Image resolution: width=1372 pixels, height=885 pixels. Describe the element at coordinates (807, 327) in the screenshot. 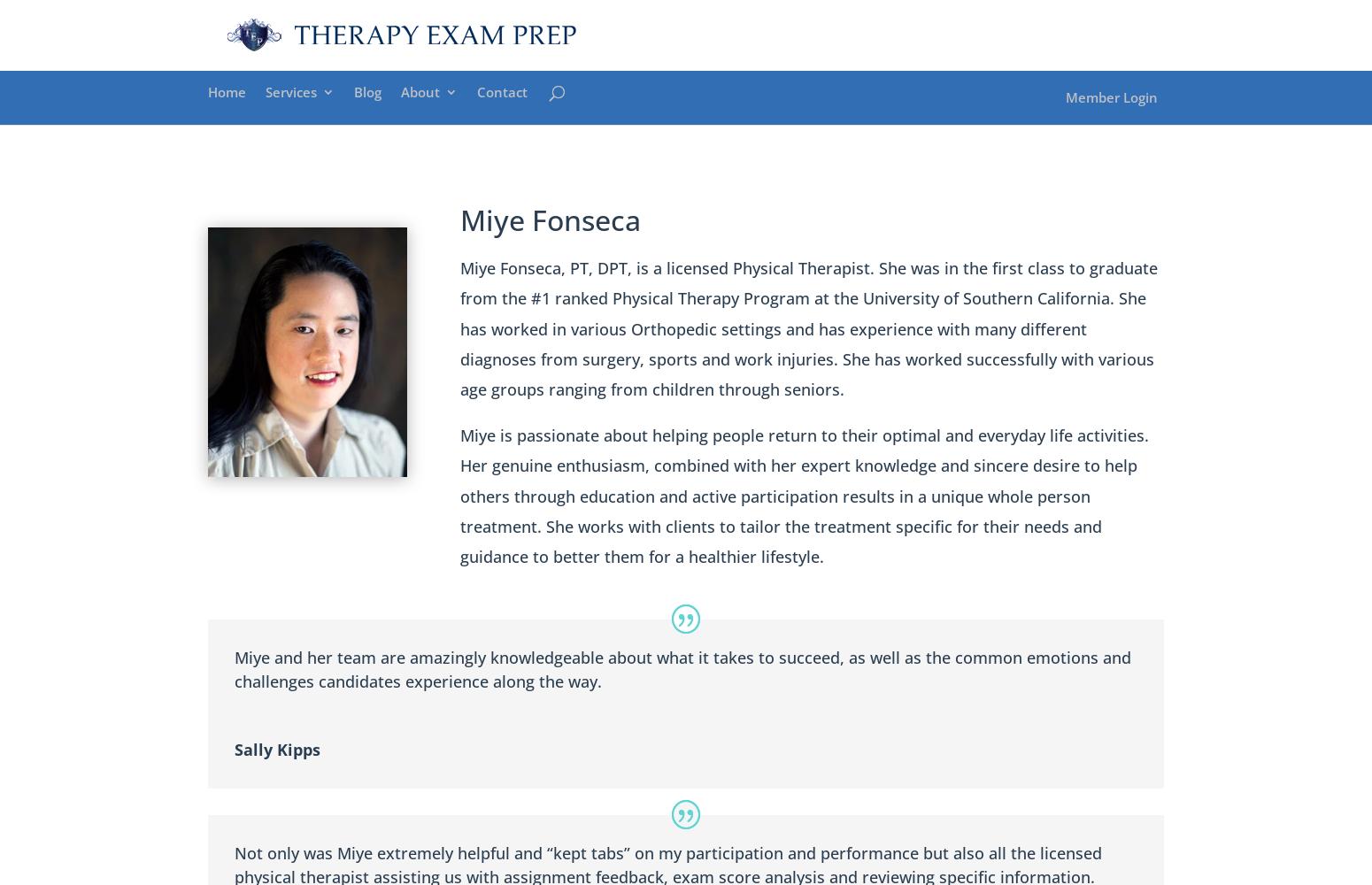

I see `'Miye Fonseca, PT, DPT, is a licensed Physical Therapist. She was in the first class to graduate from the #1 ranked Physical Therapy Program at the University of Southern California. She has worked in various Orthopedic settings and has experience with many different diagnoses from surgery, sports and work injuries. She has worked successfully with various age groups ranging from children through seniors.'` at that location.